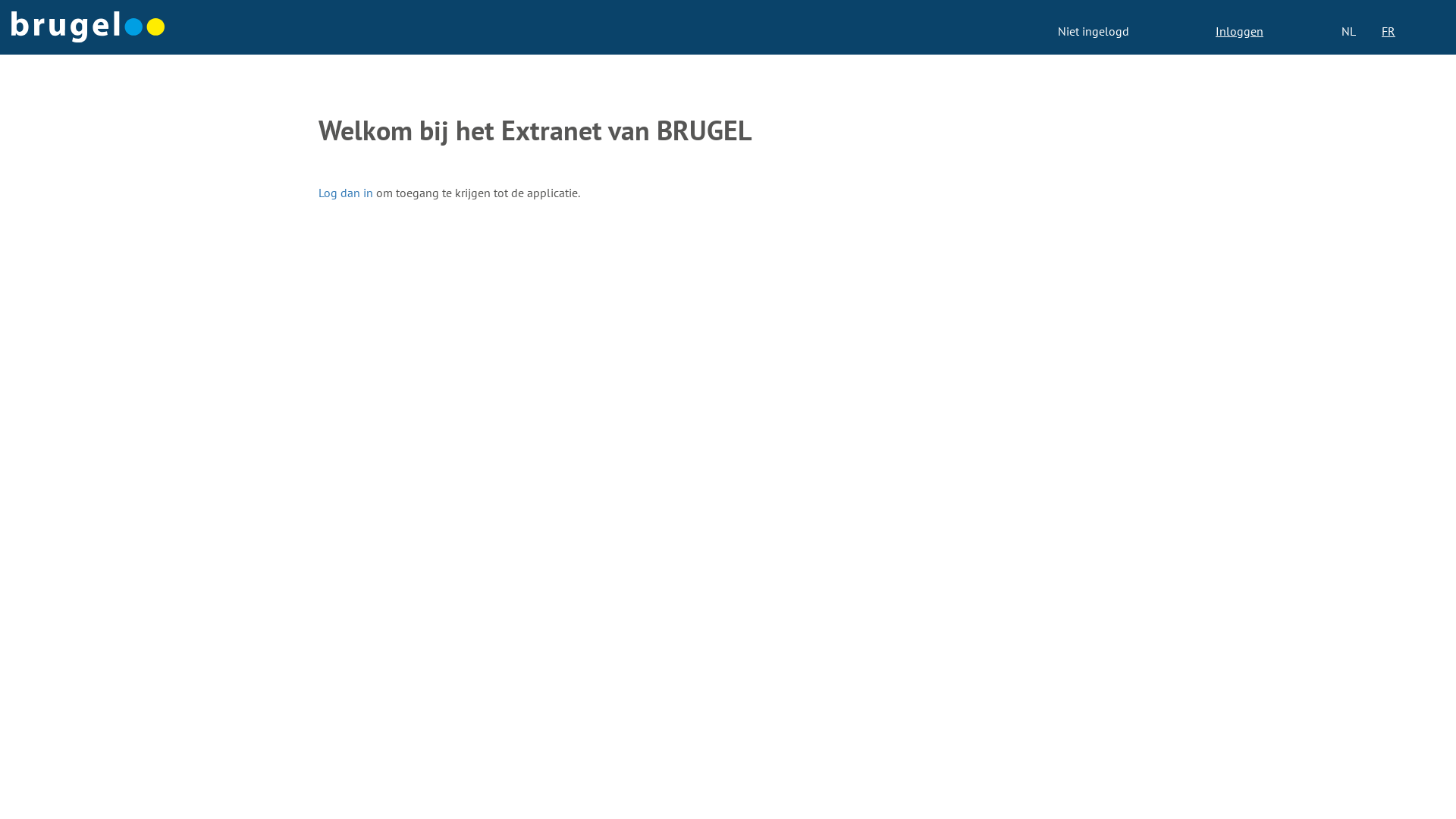 The height and width of the screenshot is (819, 1456). I want to click on 'Log dan in', so click(345, 192).